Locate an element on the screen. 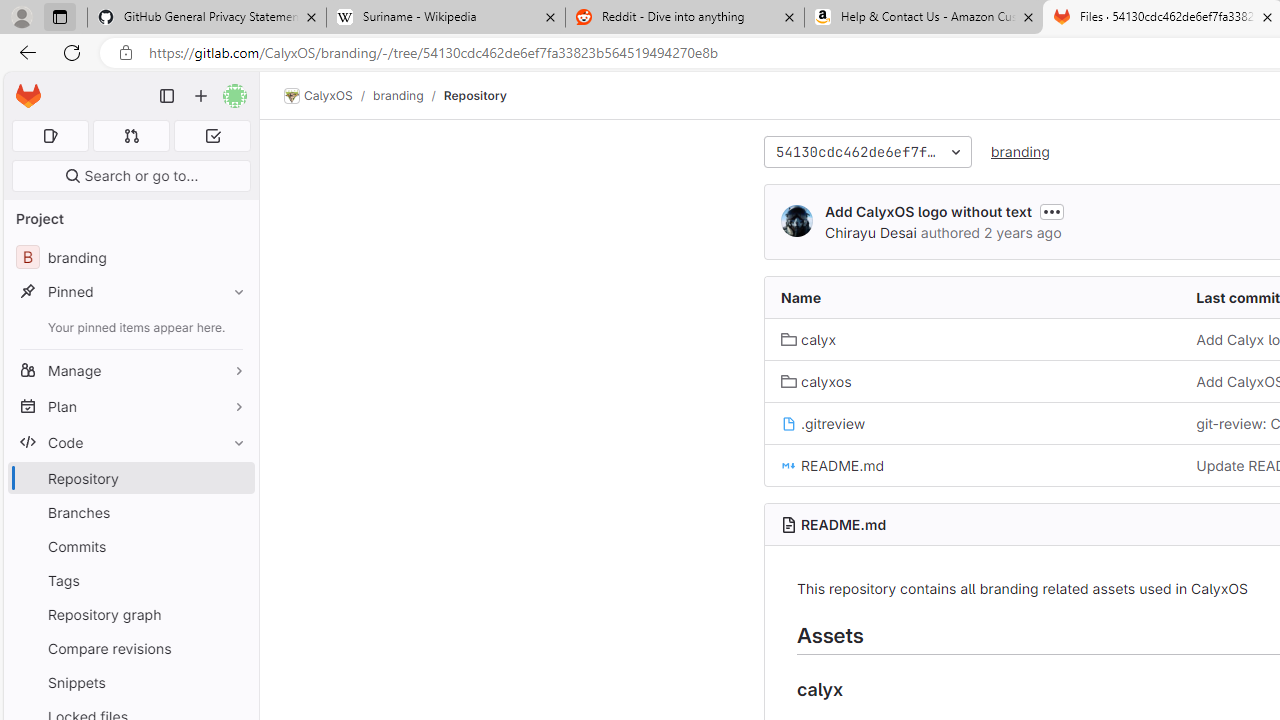  'Name' is located at coordinates (973, 298).